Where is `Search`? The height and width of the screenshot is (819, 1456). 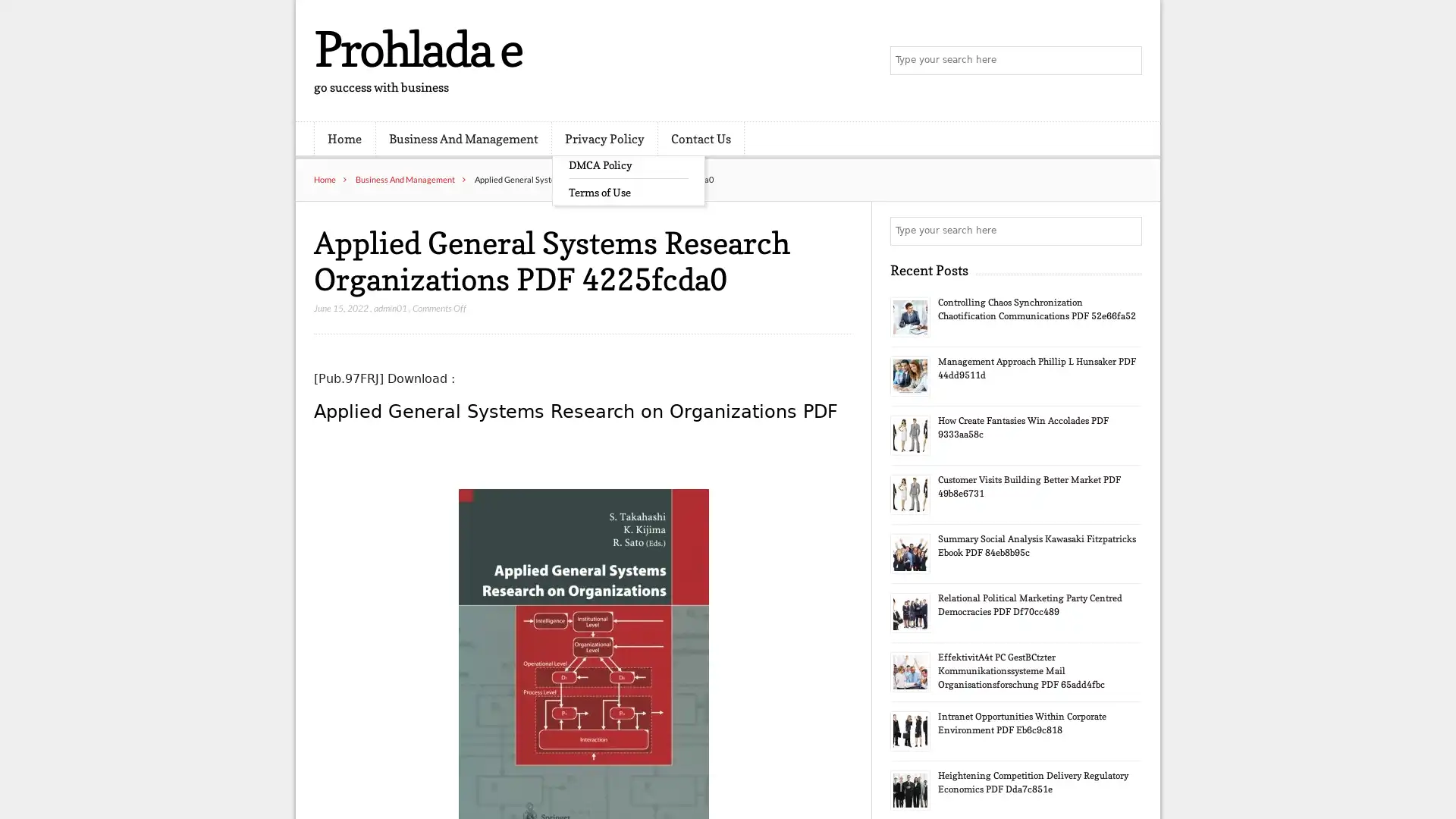 Search is located at coordinates (1126, 61).